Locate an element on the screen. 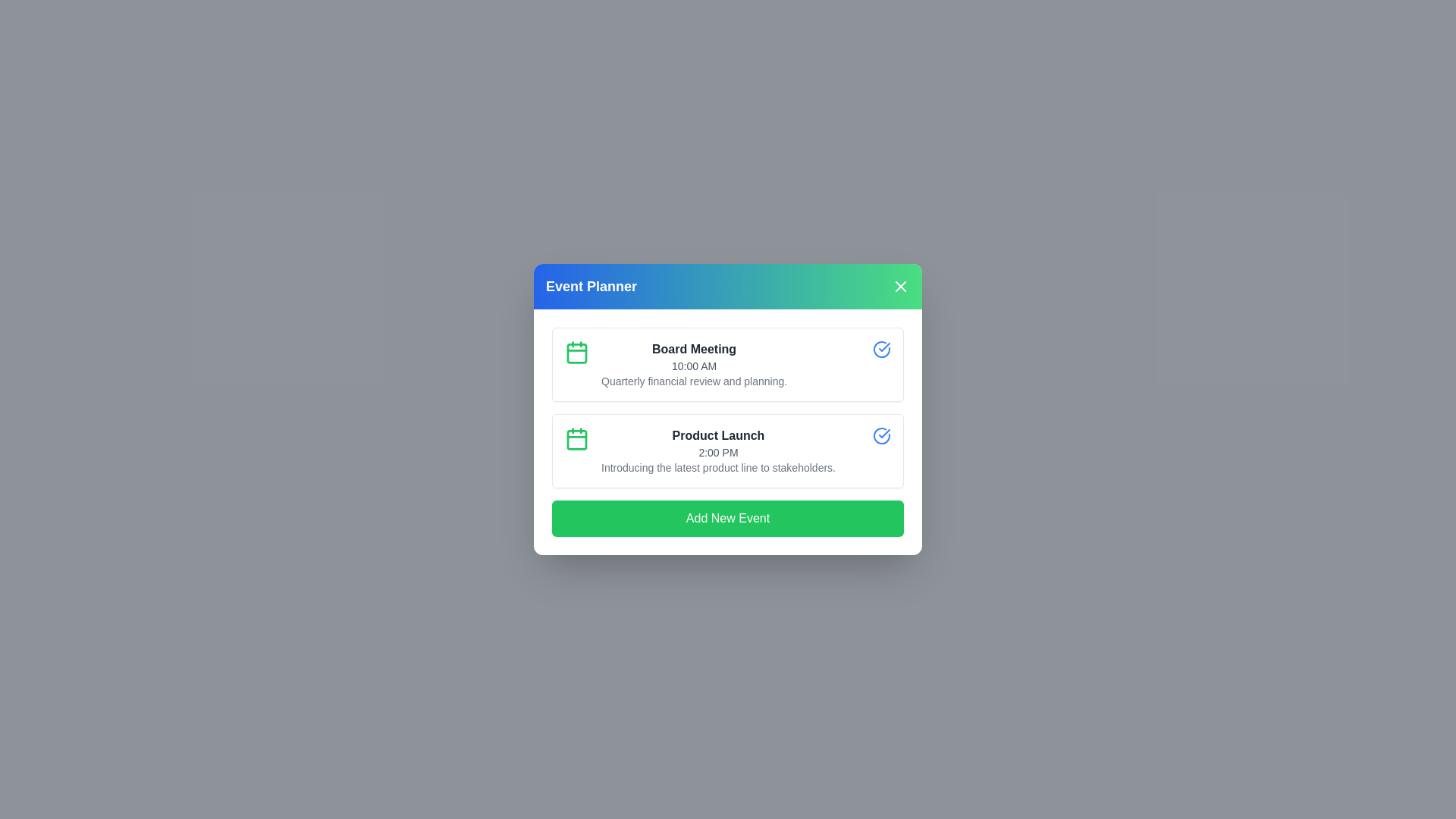  the Text Display that shows the scheduled time ('2:00 PM') for the 'Product Launch' event, located between the title and event description is located at coordinates (717, 452).